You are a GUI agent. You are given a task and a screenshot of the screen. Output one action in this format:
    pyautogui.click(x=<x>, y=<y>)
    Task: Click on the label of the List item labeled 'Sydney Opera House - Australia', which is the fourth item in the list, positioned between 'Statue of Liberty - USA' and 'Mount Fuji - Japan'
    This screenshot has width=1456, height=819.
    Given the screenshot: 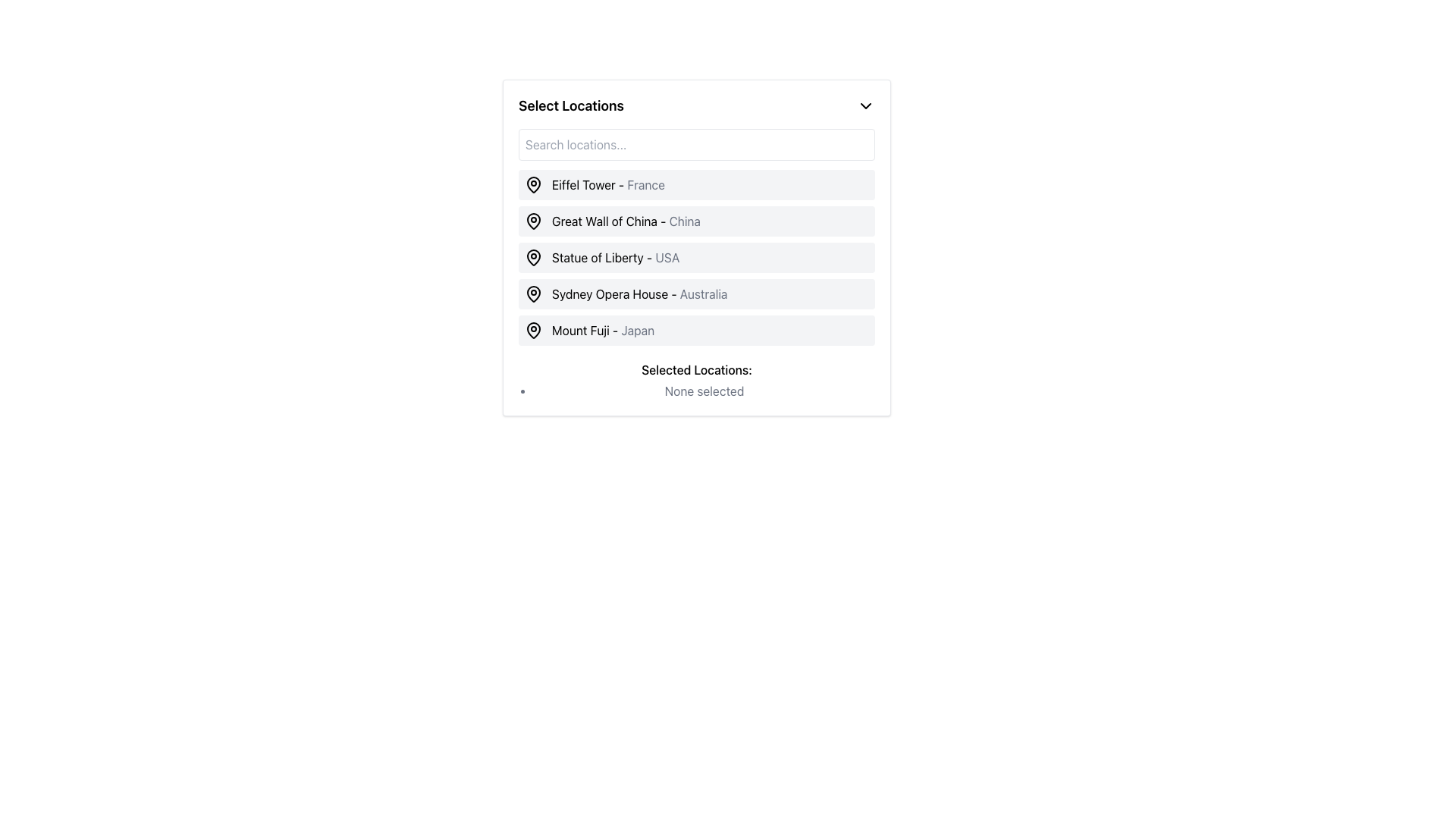 What is the action you would take?
    pyautogui.click(x=695, y=294)
    